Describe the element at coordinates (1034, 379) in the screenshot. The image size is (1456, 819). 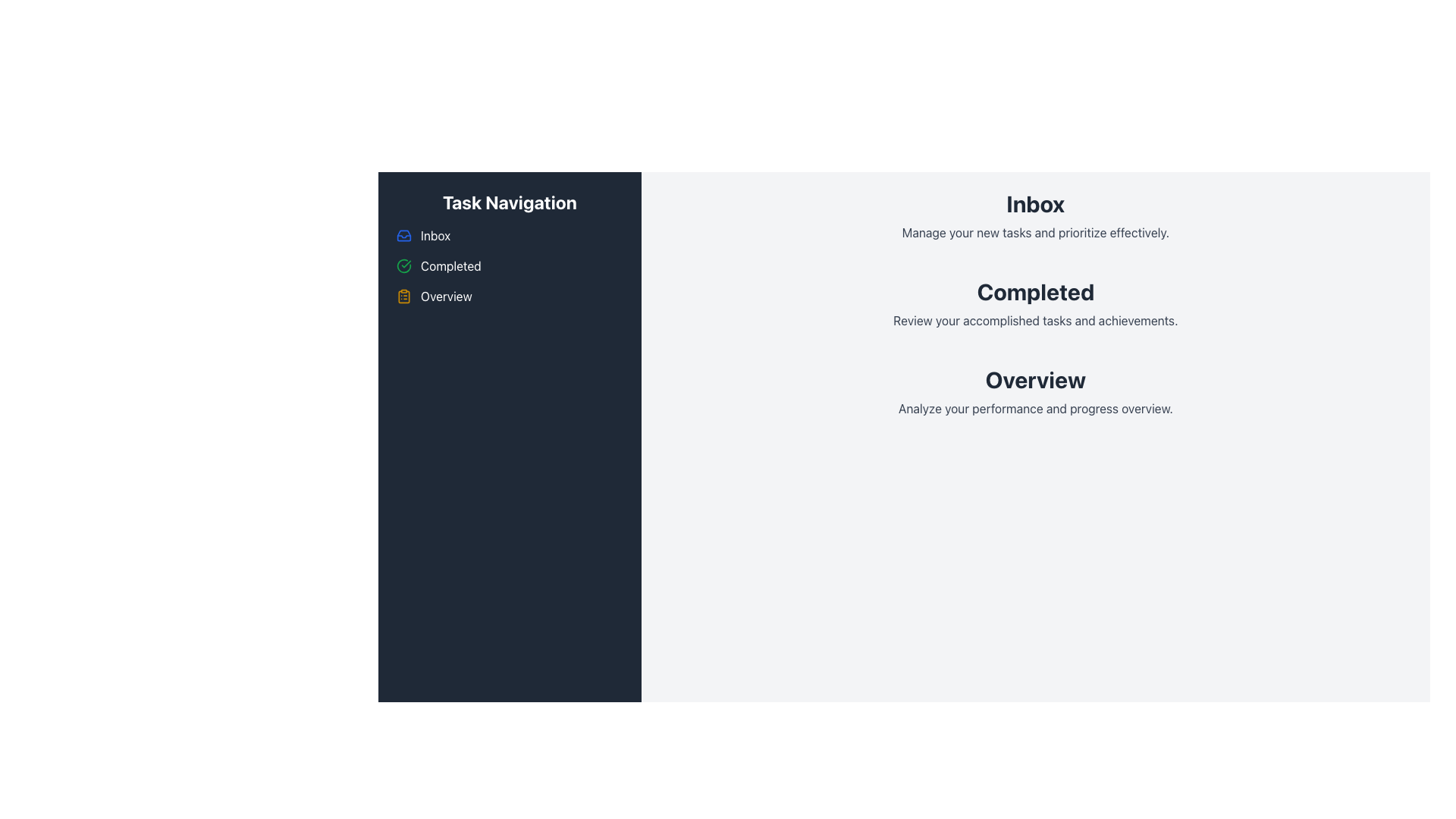
I see `the Text Label that serves as a section title above the overview content, indicating key information or metrics` at that location.